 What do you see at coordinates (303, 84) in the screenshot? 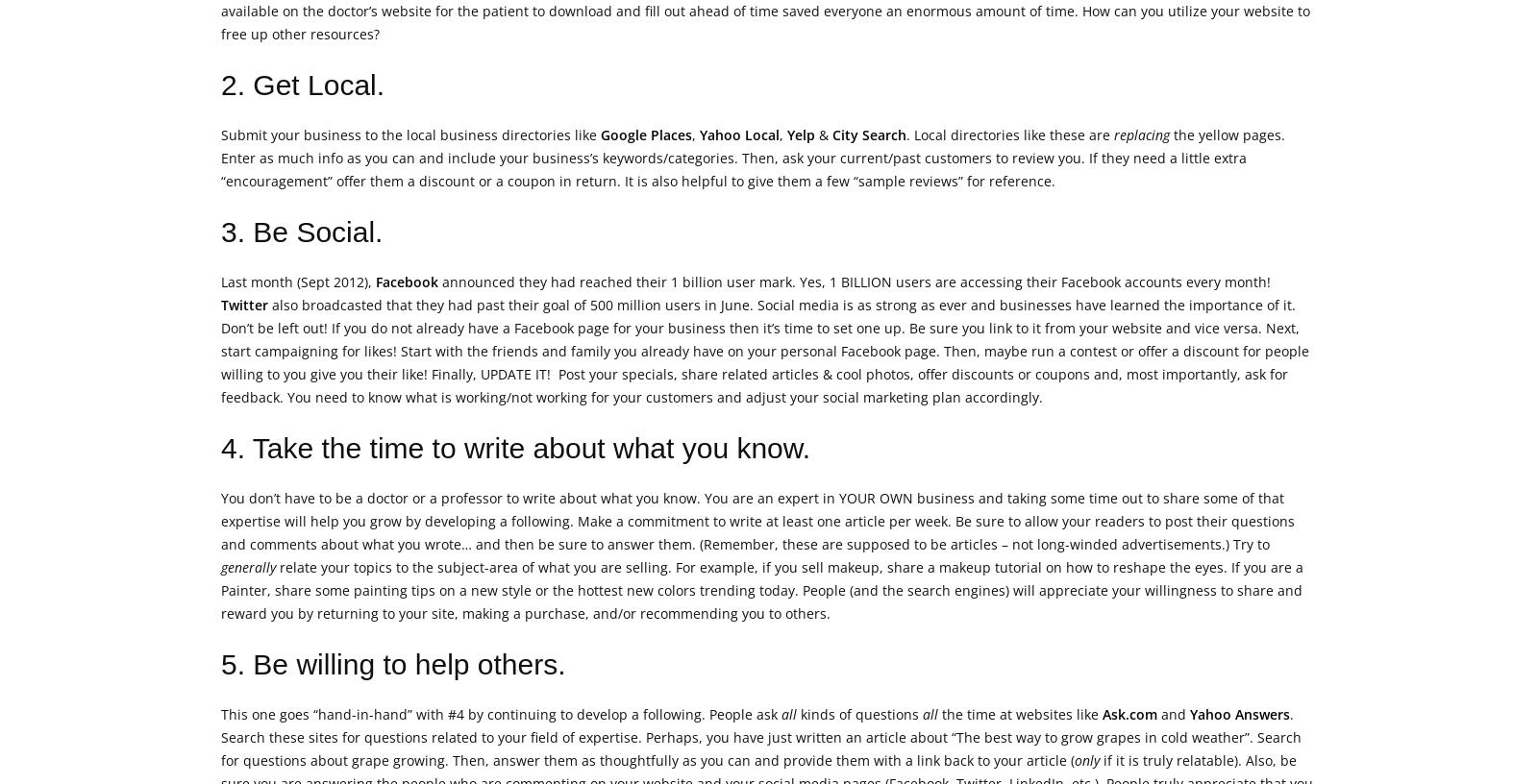
I see `'2. Get Local.'` at bounding box center [303, 84].